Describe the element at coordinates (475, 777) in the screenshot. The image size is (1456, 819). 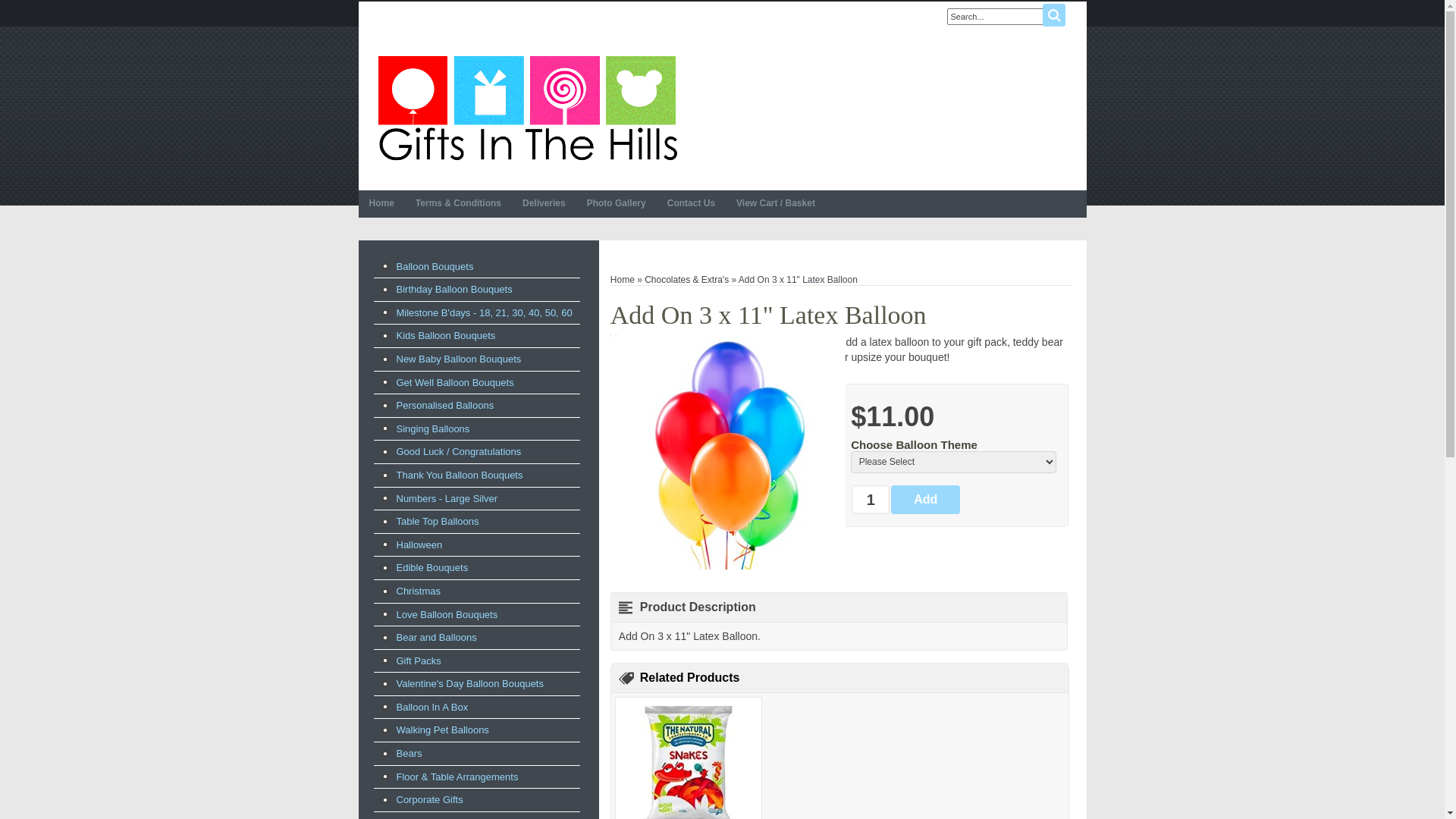
I see `'Floor & Table Arrangements'` at that location.